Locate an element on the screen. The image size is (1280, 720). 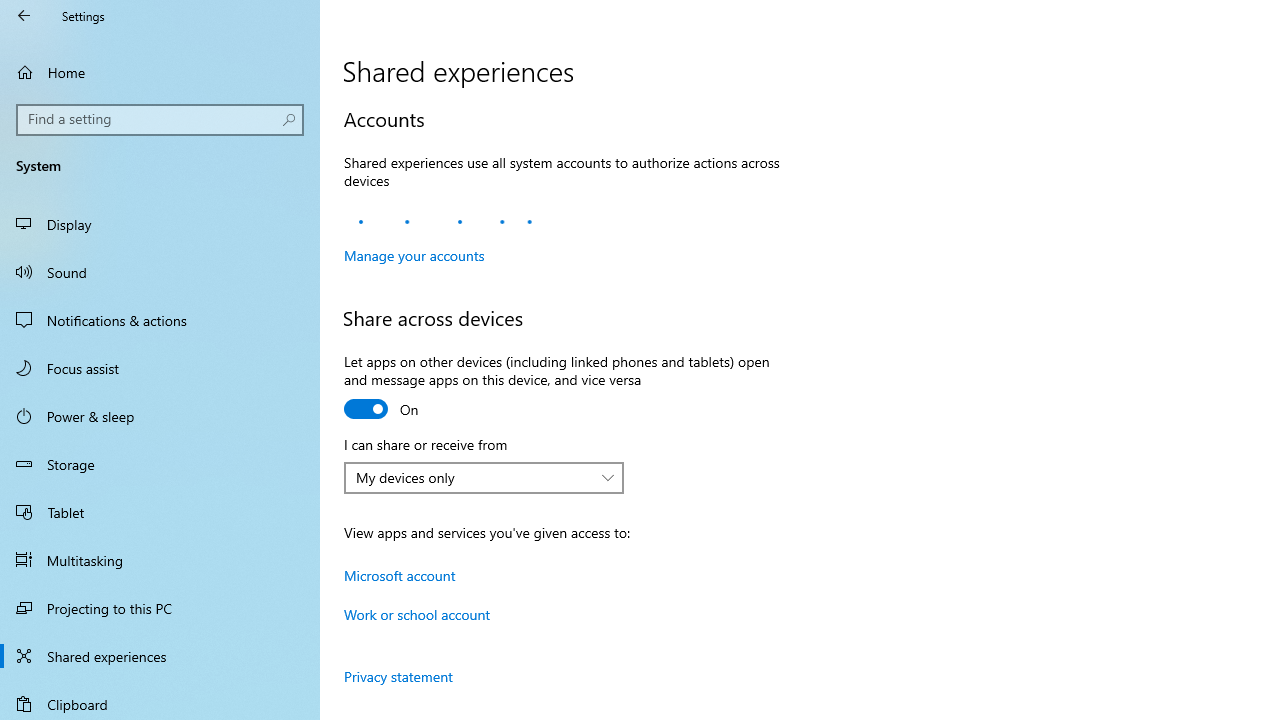
'Microsoft account' is located at coordinates (400, 575).